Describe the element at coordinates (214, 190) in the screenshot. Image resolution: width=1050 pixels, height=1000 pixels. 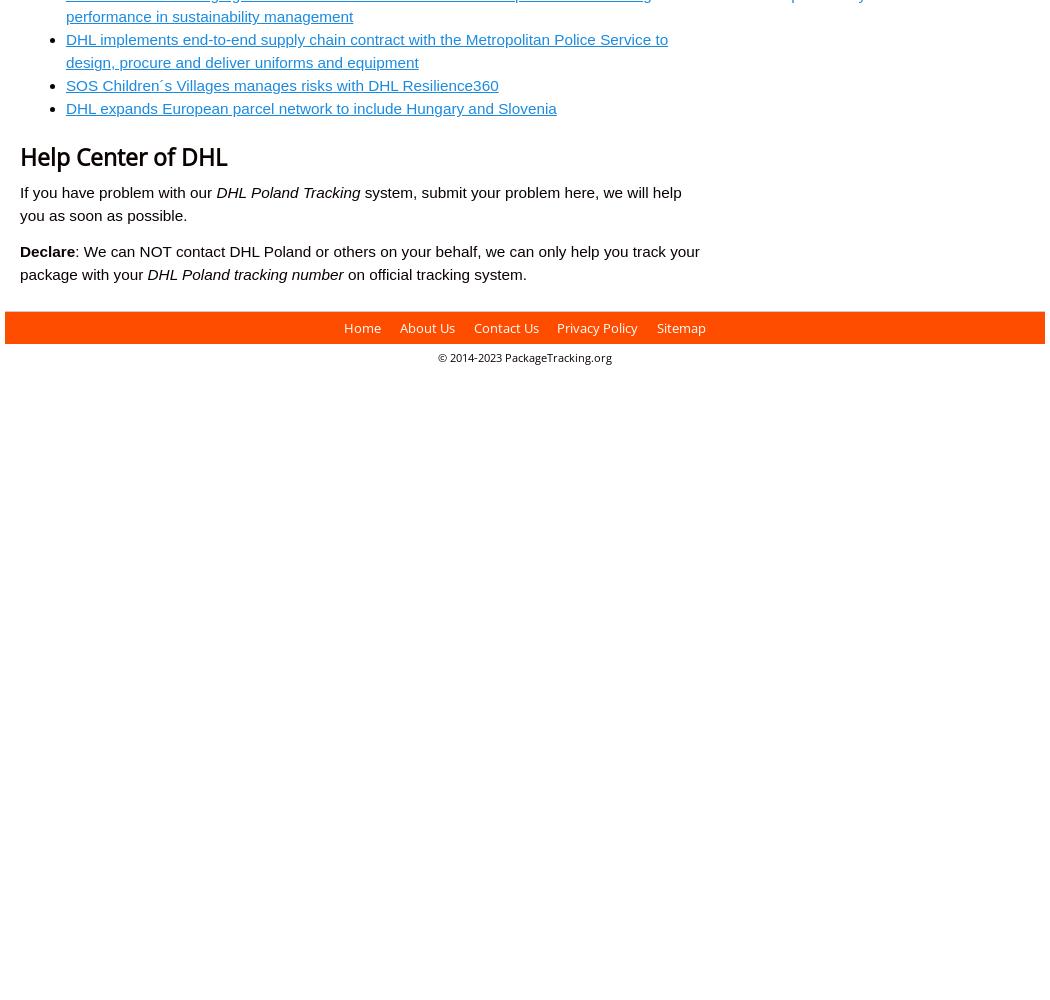
I see `'DHL Poland Tracking'` at that location.